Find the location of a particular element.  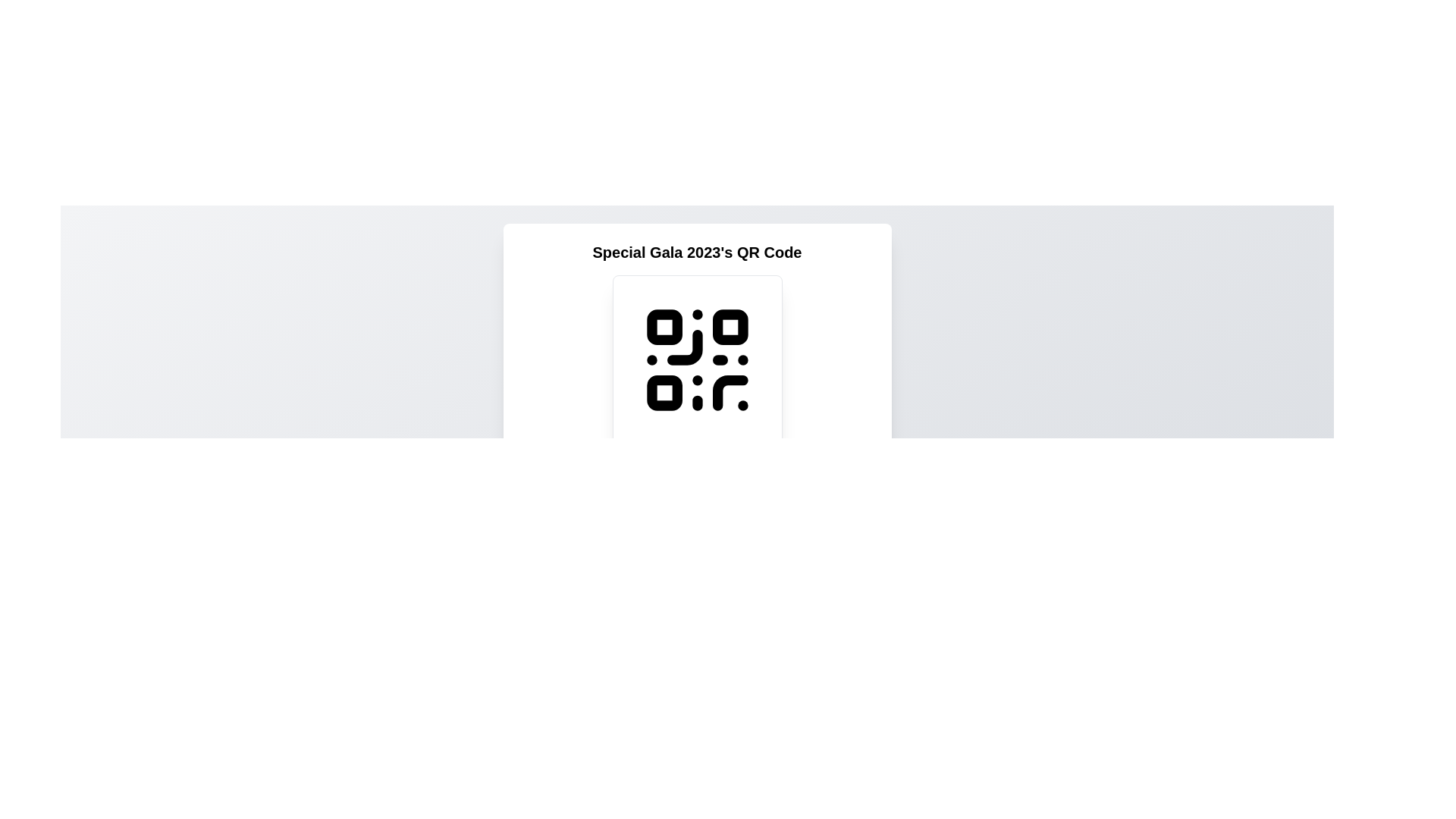

the curved line graphical element located in the bottom-right quadrant of the QR code, which contributes to its overall scannability is located at coordinates (730, 392).